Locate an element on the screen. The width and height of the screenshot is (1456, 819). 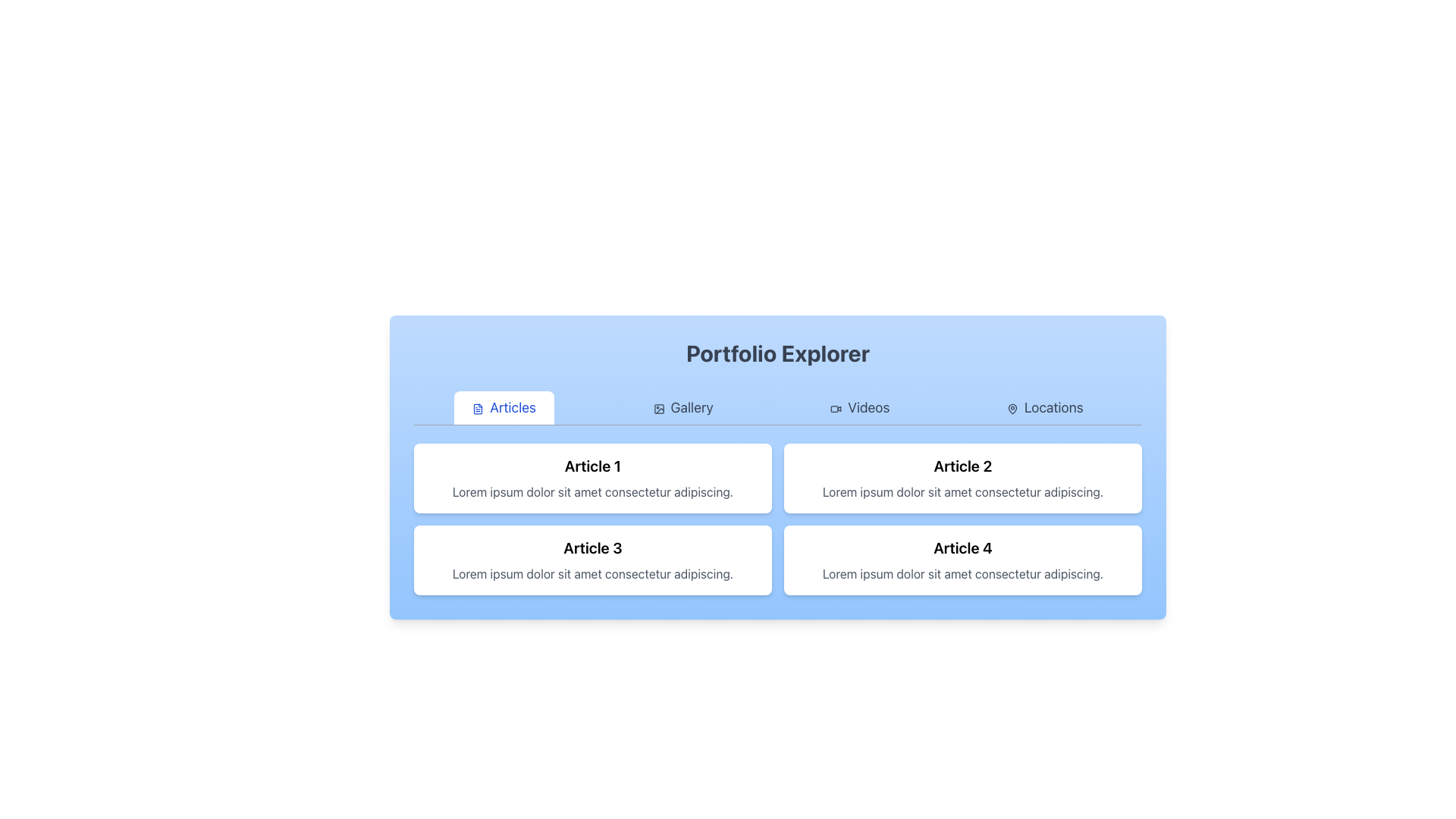
the bold, large-sized text 'Portfolio Explorer' at the top of the card-like section with a gradient background is located at coordinates (778, 353).